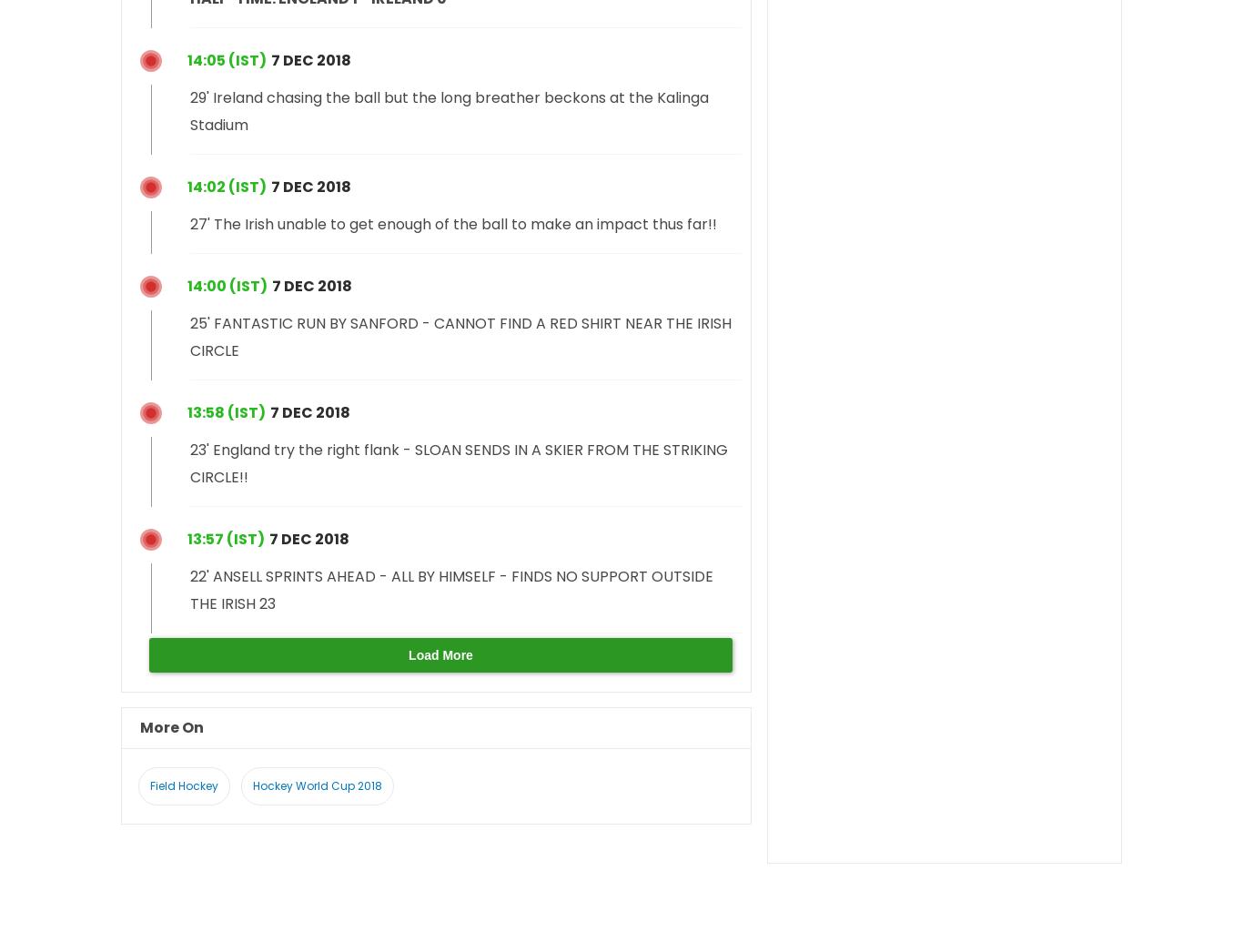  I want to click on '29' Ireland chasing the ball but the long breather beckons at the Kalinga Stadium', so click(449, 109).